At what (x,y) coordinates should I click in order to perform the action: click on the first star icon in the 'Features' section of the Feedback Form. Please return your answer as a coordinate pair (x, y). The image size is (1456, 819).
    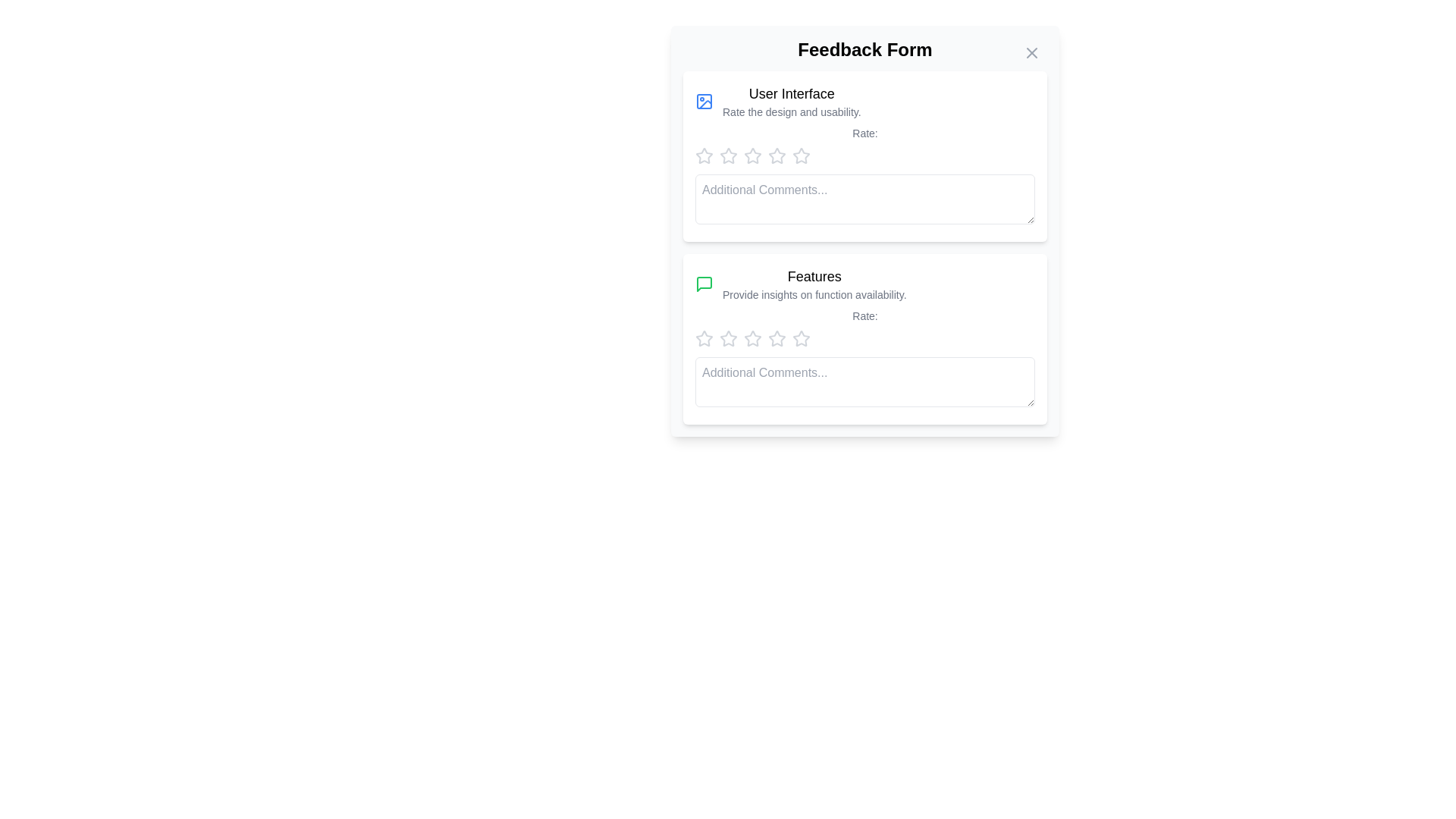
    Looking at the image, I should click on (704, 337).